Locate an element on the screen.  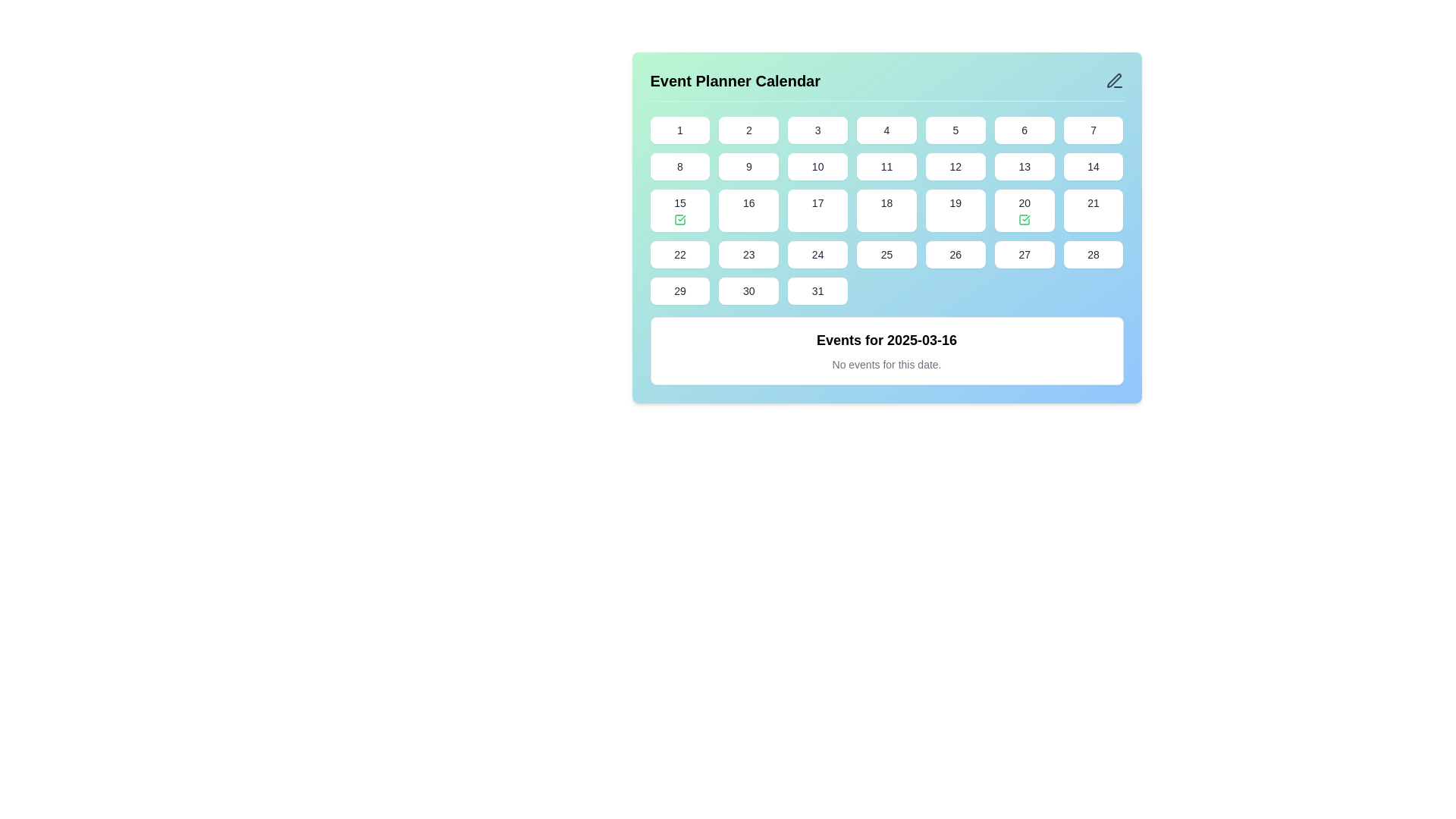
the calendar cell displaying the number '13' is located at coordinates (1025, 166).